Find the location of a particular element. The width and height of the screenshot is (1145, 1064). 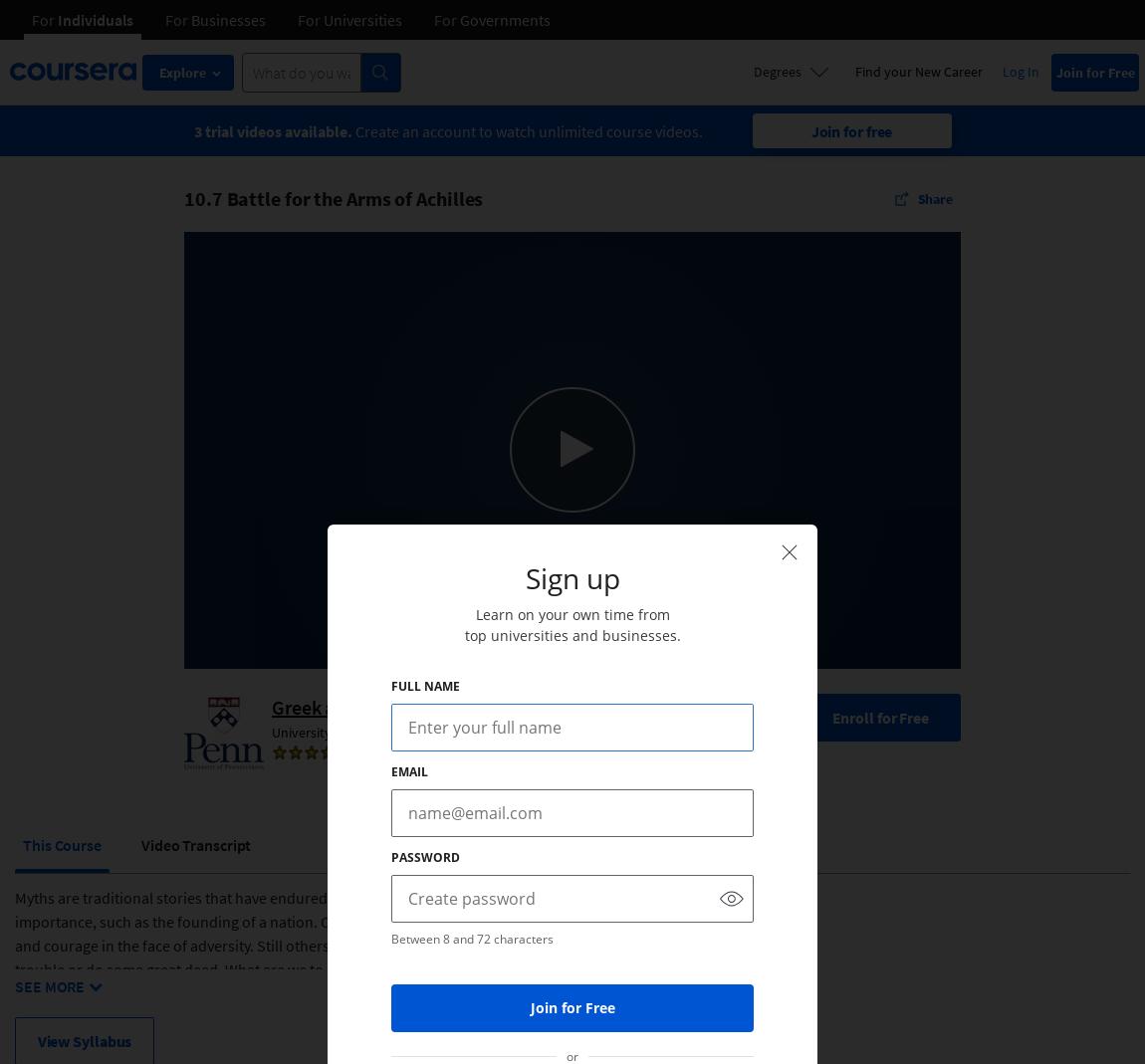

'Join for free' is located at coordinates (850, 129).